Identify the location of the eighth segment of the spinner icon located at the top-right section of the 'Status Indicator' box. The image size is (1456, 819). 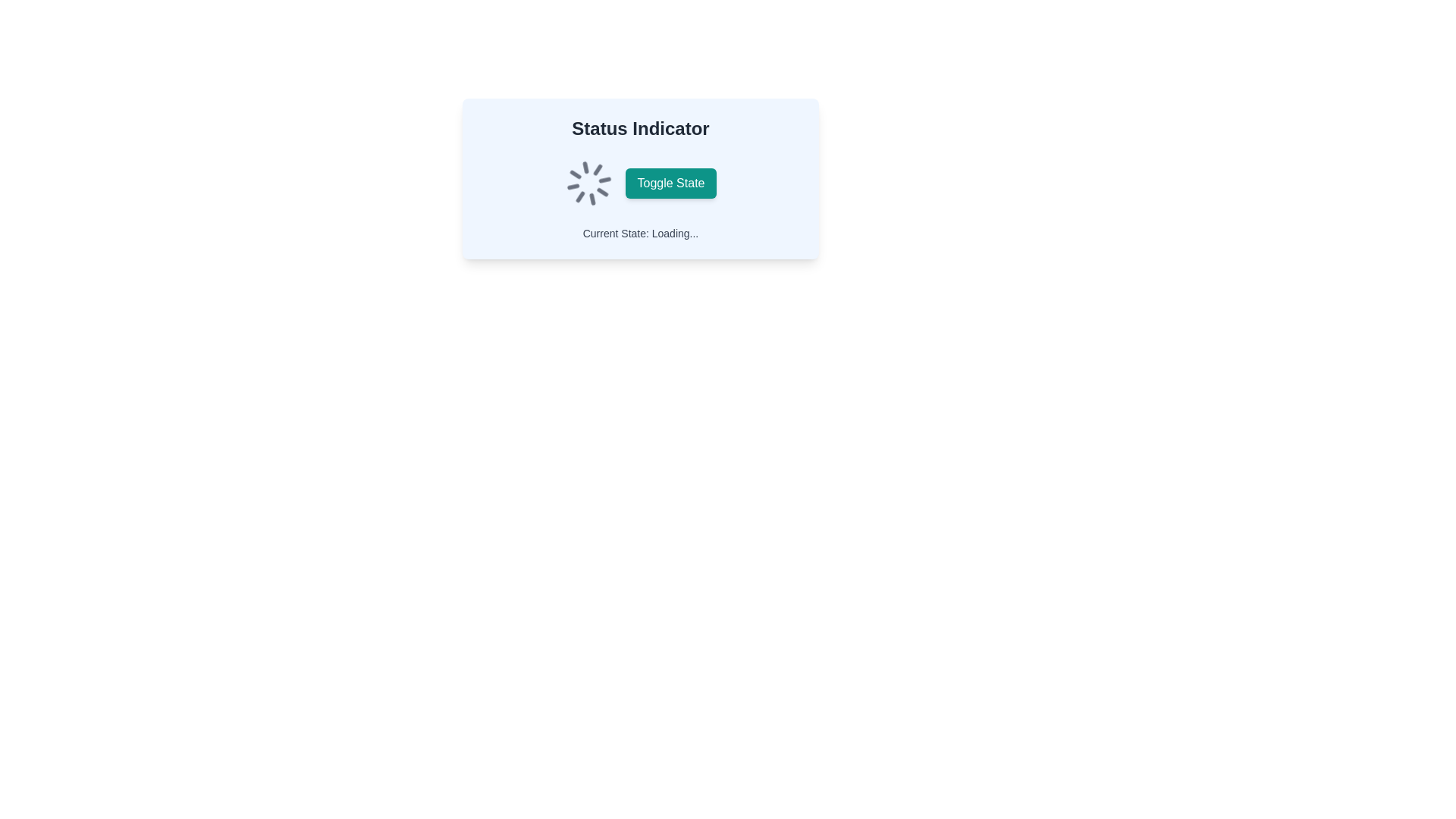
(602, 190).